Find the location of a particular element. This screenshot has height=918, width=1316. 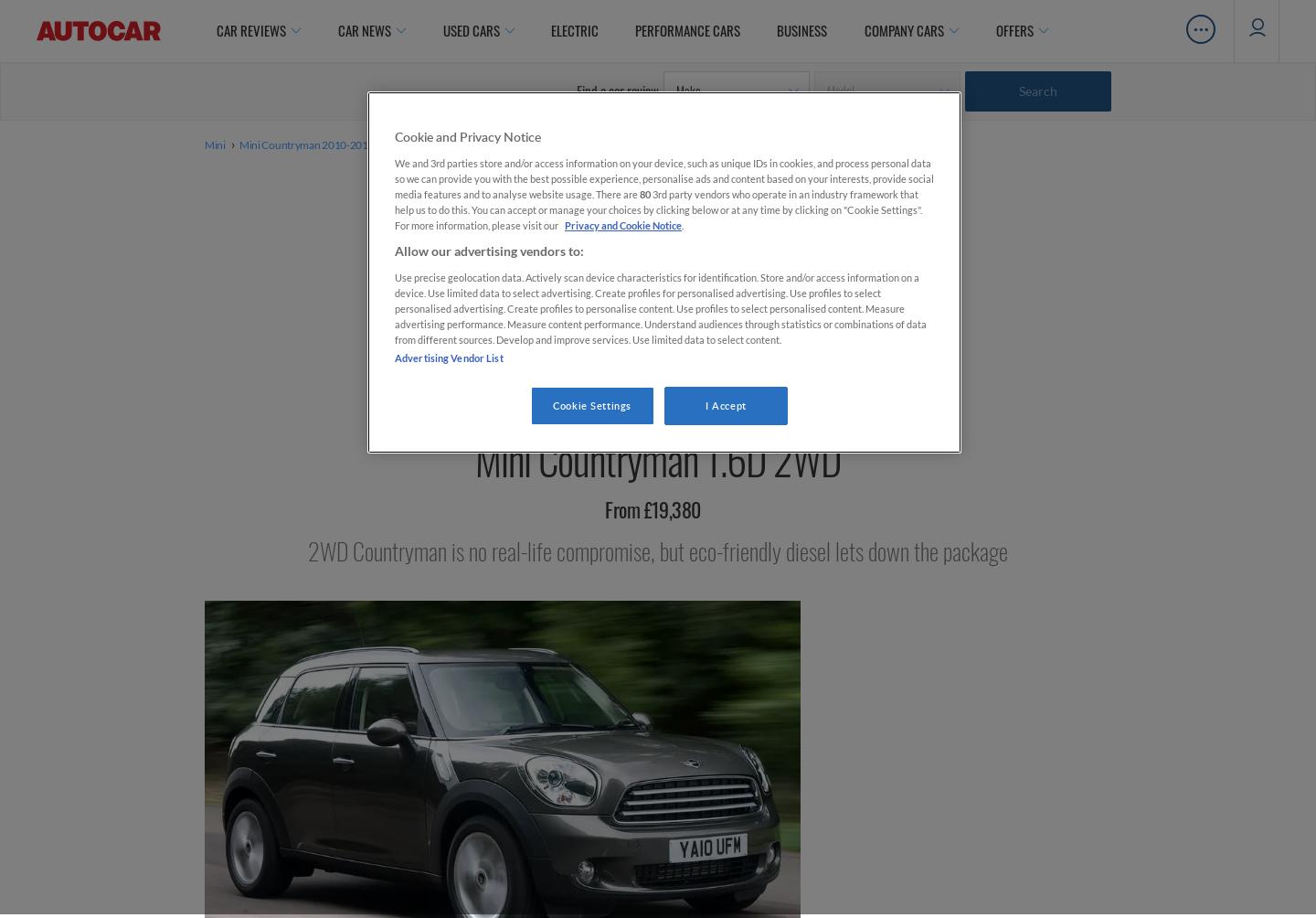

'Mini Countryman 2010-2017' is located at coordinates (305, 144).